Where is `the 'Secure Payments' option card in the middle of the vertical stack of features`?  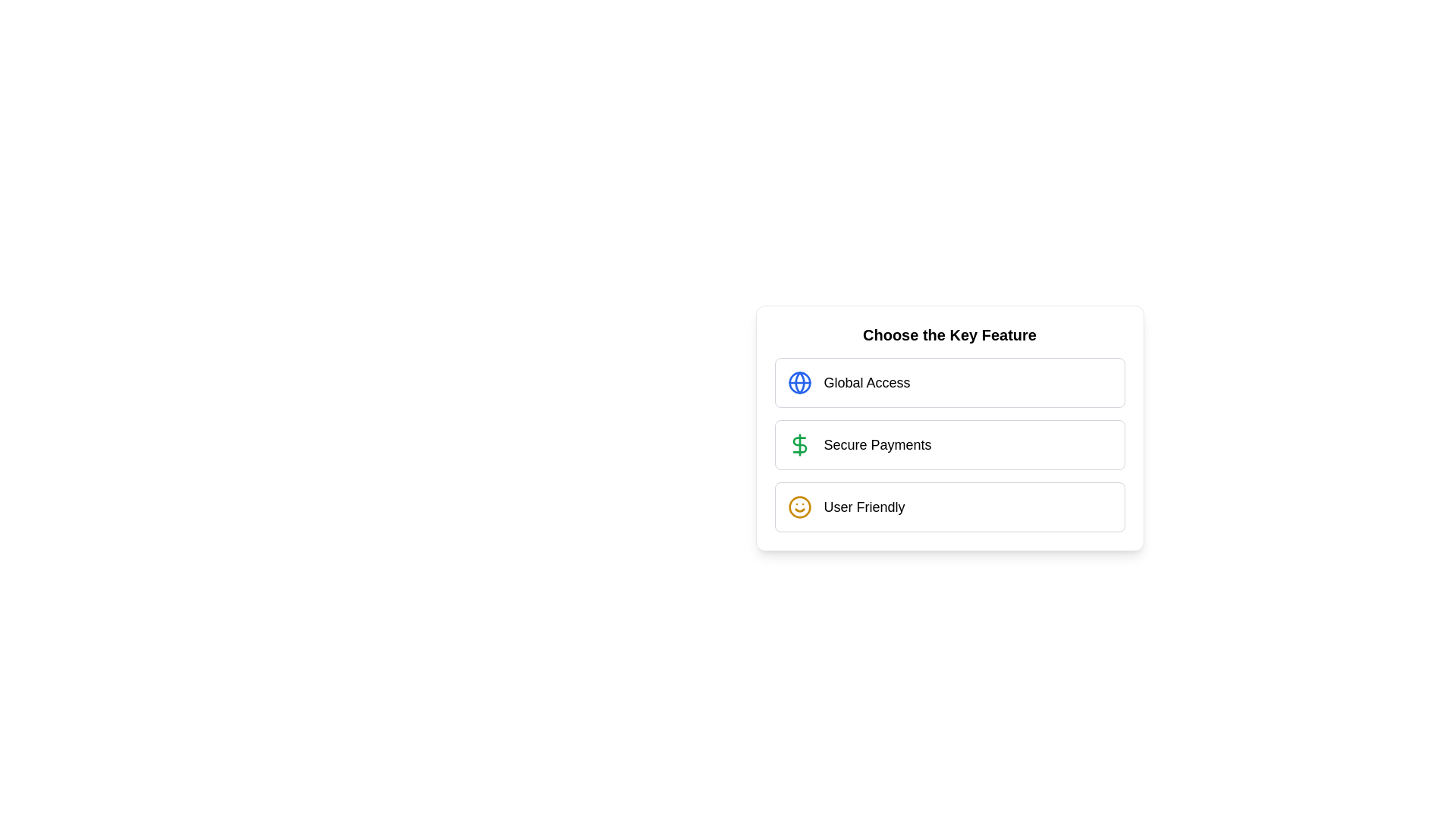
the 'Secure Payments' option card in the middle of the vertical stack of features is located at coordinates (949, 444).